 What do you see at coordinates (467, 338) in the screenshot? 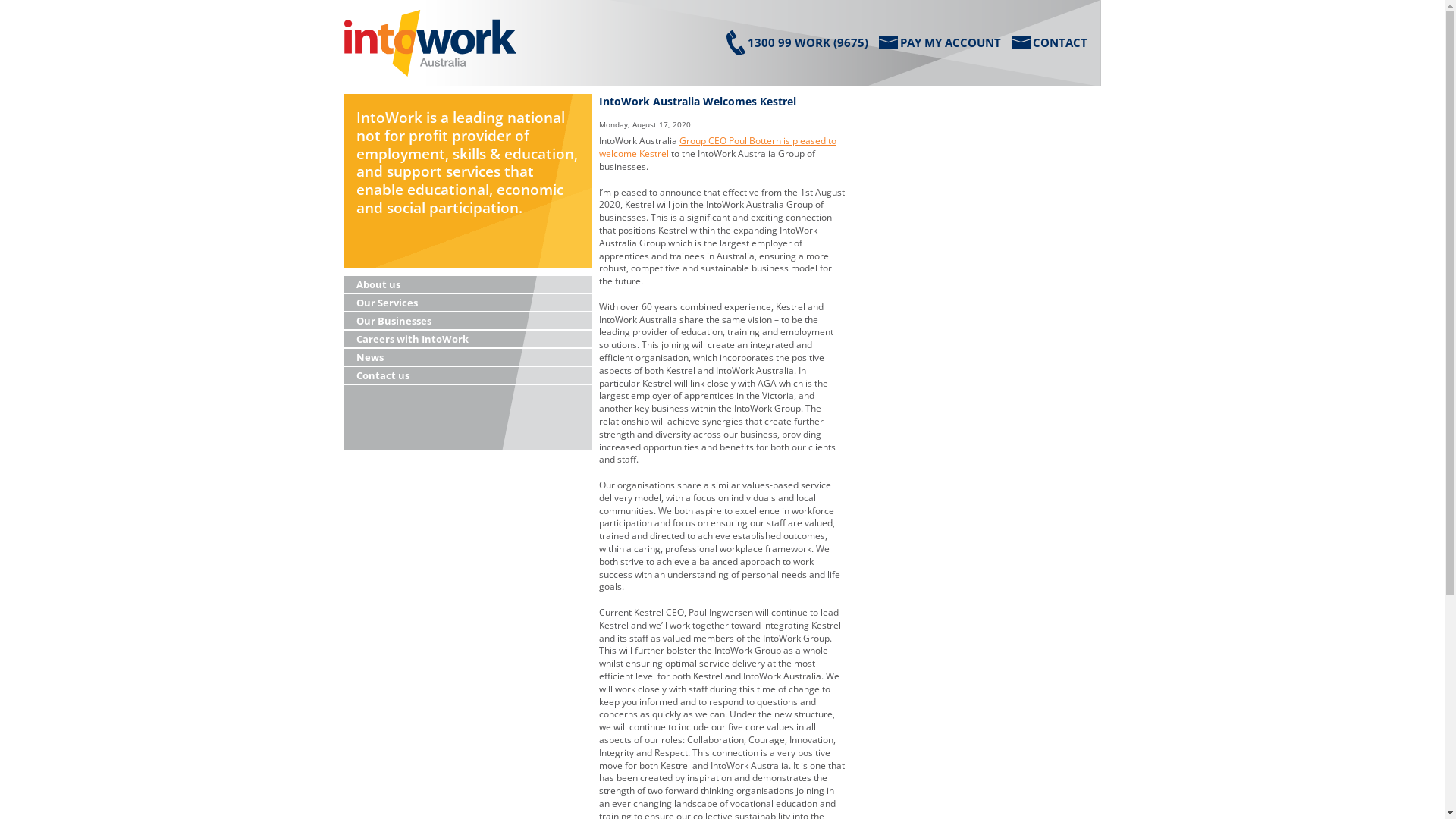
I see `'Careers with IntoWork'` at bounding box center [467, 338].